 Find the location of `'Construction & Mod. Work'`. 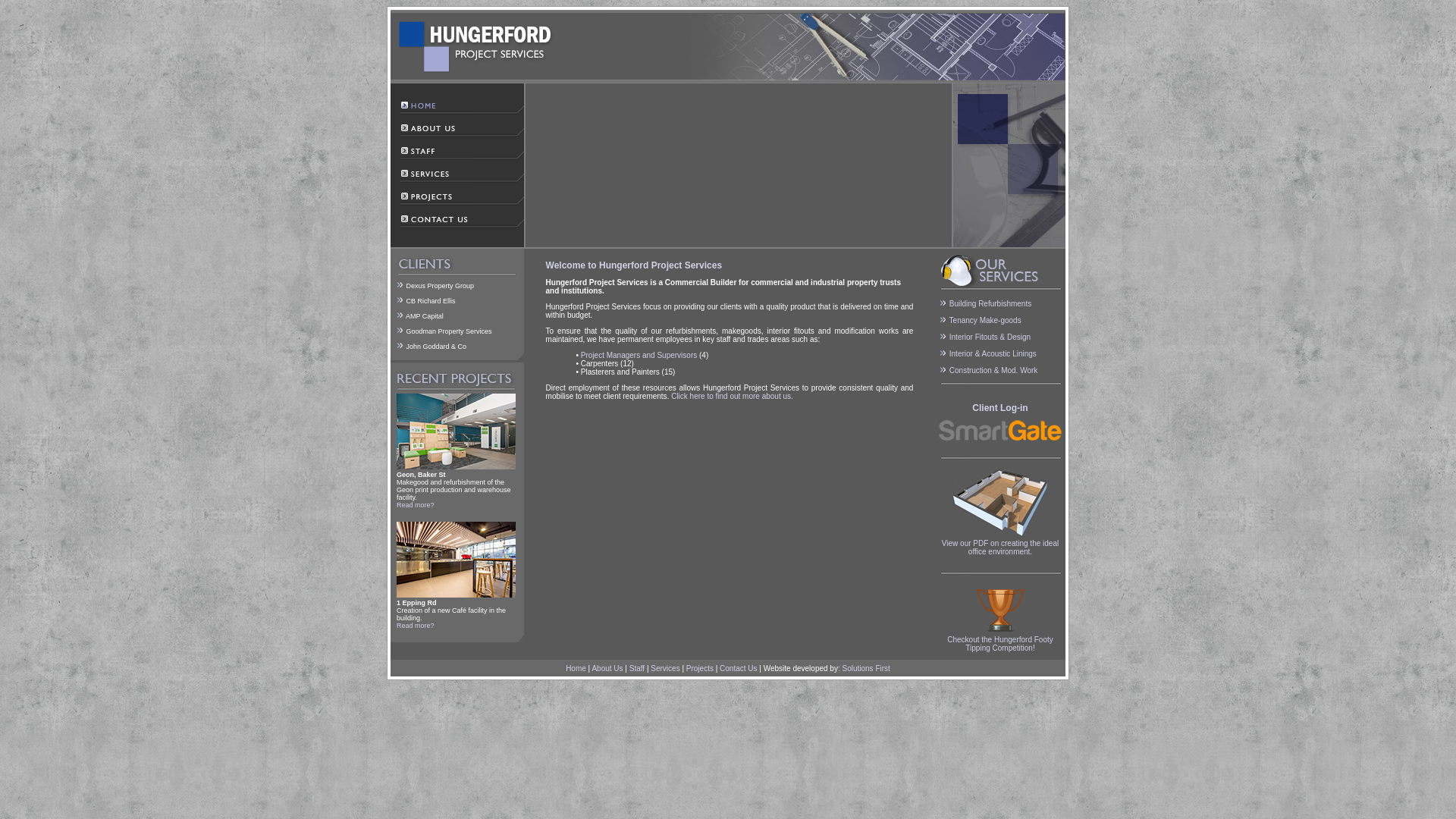

'Construction & Mod. Work' is located at coordinates (993, 370).